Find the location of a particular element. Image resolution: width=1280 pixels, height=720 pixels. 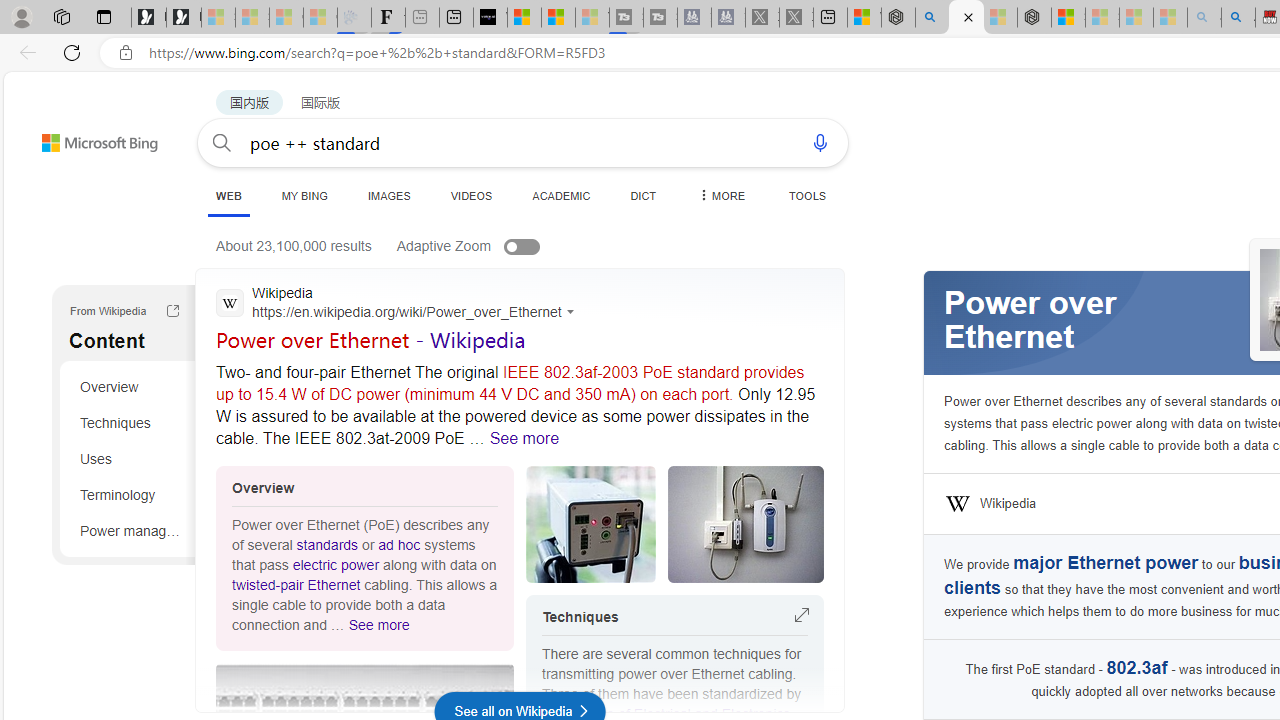

'Search using voice' is located at coordinates (820, 141).